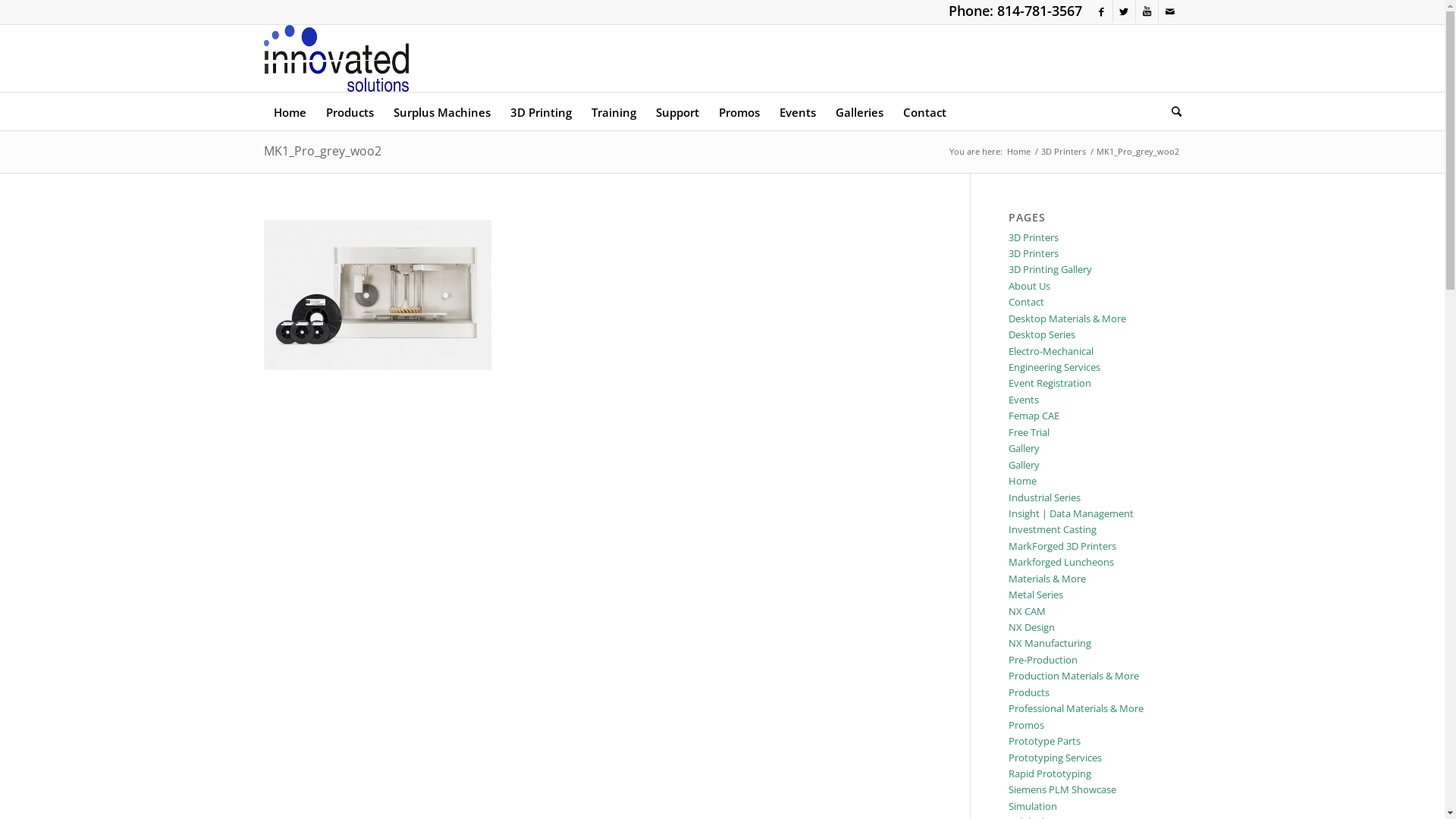  What do you see at coordinates (1008, 286) in the screenshot?
I see `'About Us'` at bounding box center [1008, 286].